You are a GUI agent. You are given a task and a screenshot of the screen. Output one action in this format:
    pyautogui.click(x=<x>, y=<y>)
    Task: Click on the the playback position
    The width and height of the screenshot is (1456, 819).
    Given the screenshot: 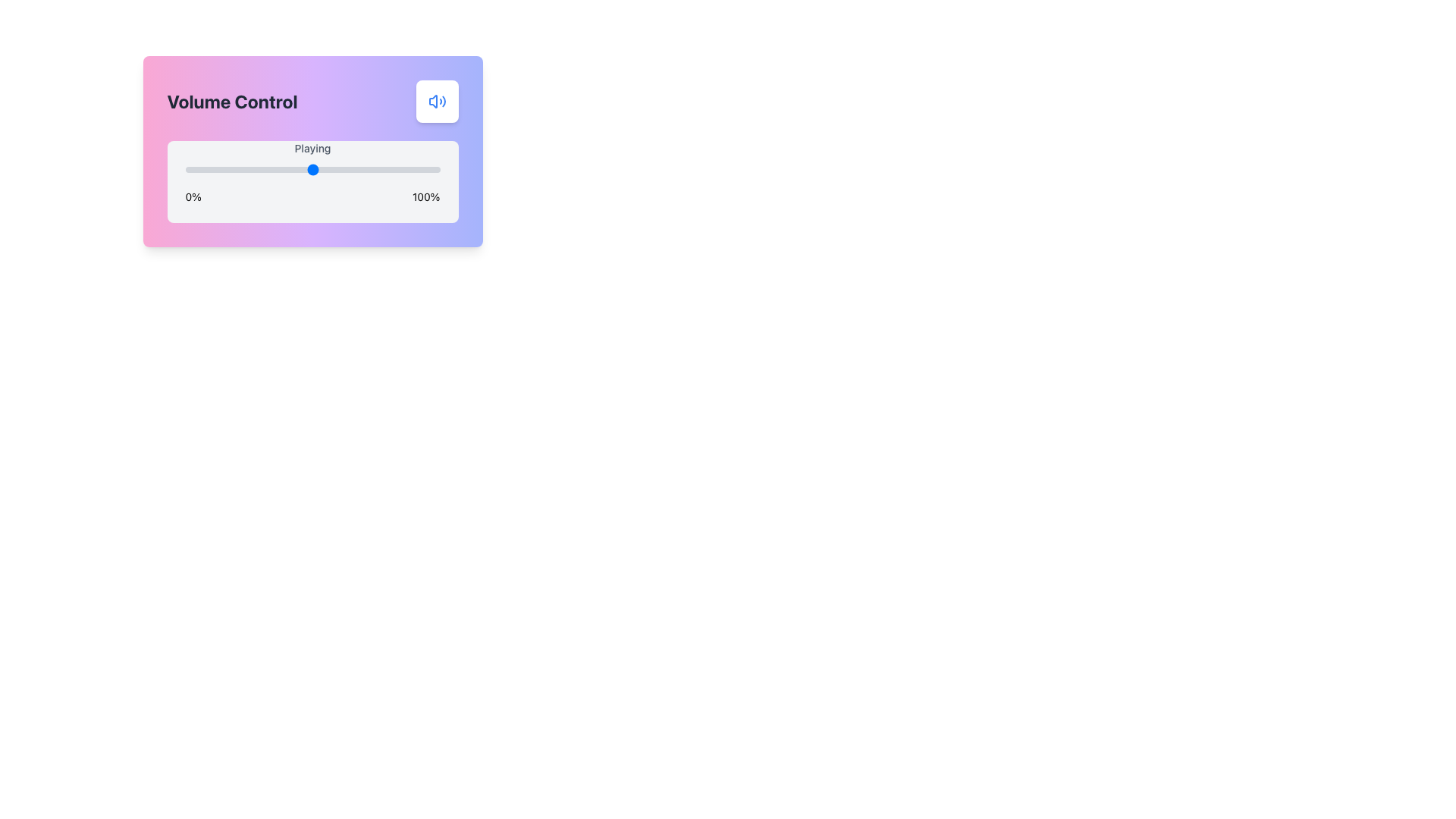 What is the action you would take?
    pyautogui.click(x=294, y=169)
    